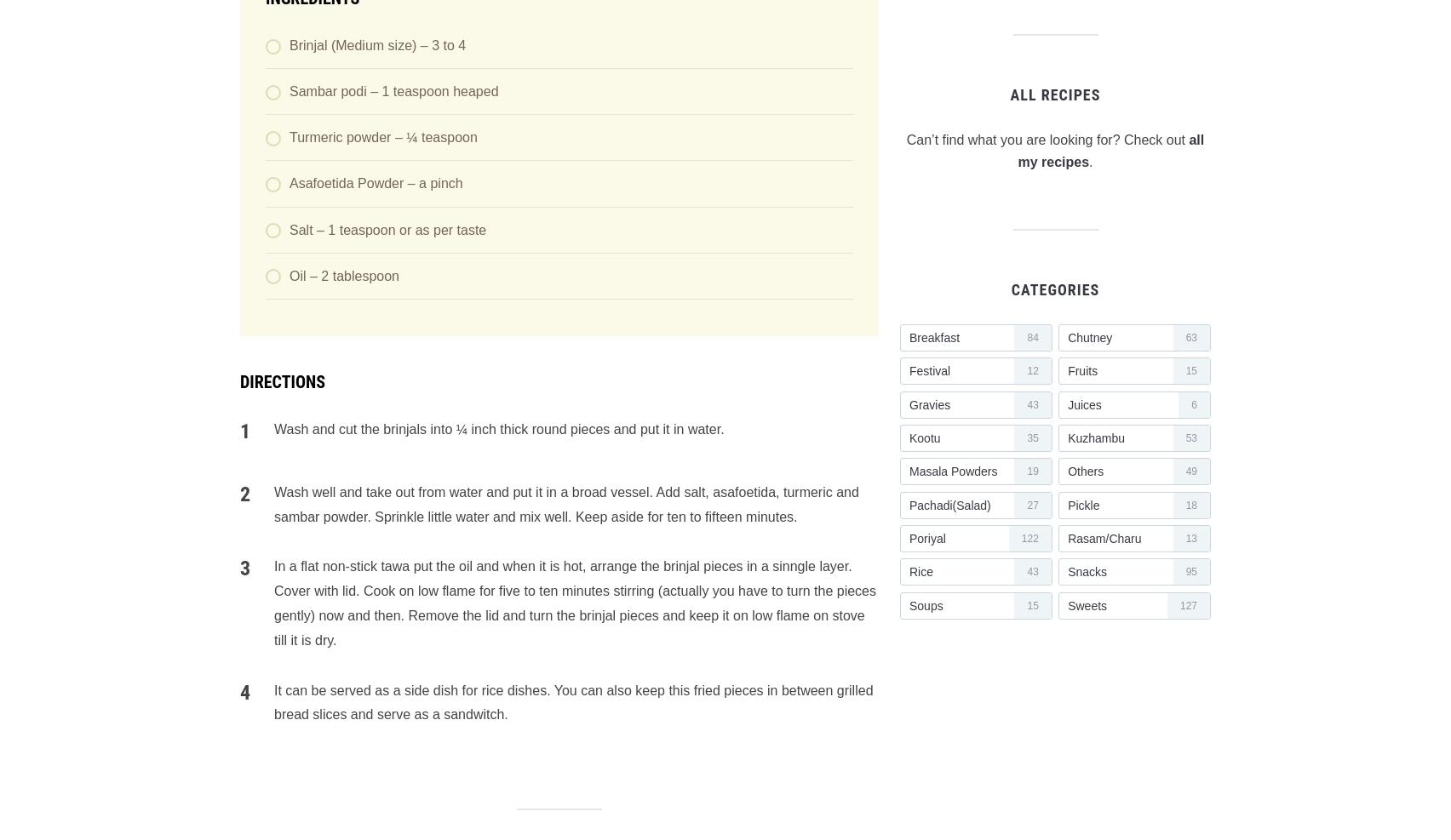 The image size is (1451, 840). Describe the element at coordinates (239, 397) in the screenshot. I see `'Email Address'` at that location.